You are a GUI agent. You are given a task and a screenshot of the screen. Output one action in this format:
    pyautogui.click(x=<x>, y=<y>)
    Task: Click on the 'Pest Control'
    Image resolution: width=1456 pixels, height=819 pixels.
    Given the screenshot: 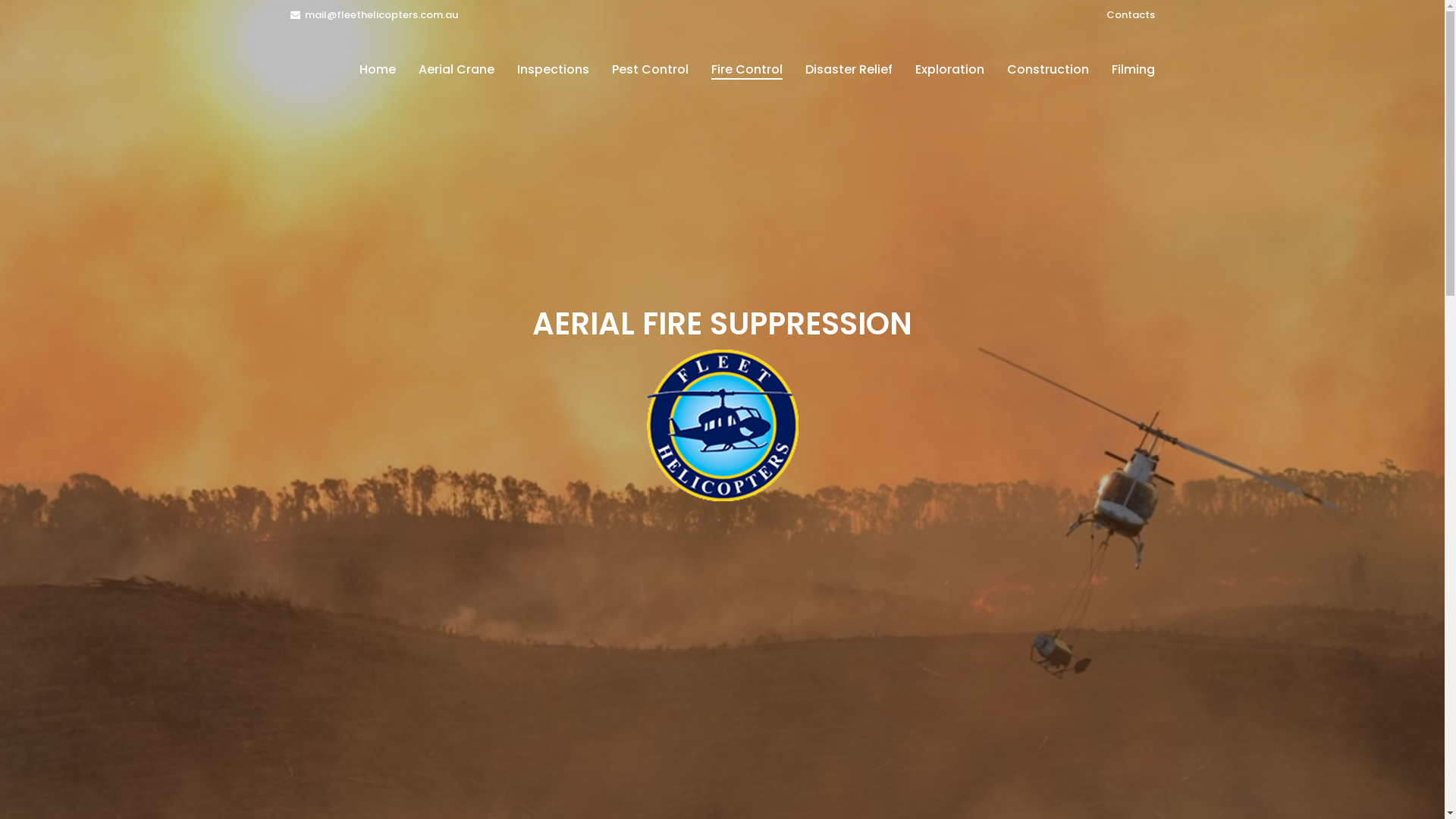 What is the action you would take?
    pyautogui.click(x=650, y=70)
    